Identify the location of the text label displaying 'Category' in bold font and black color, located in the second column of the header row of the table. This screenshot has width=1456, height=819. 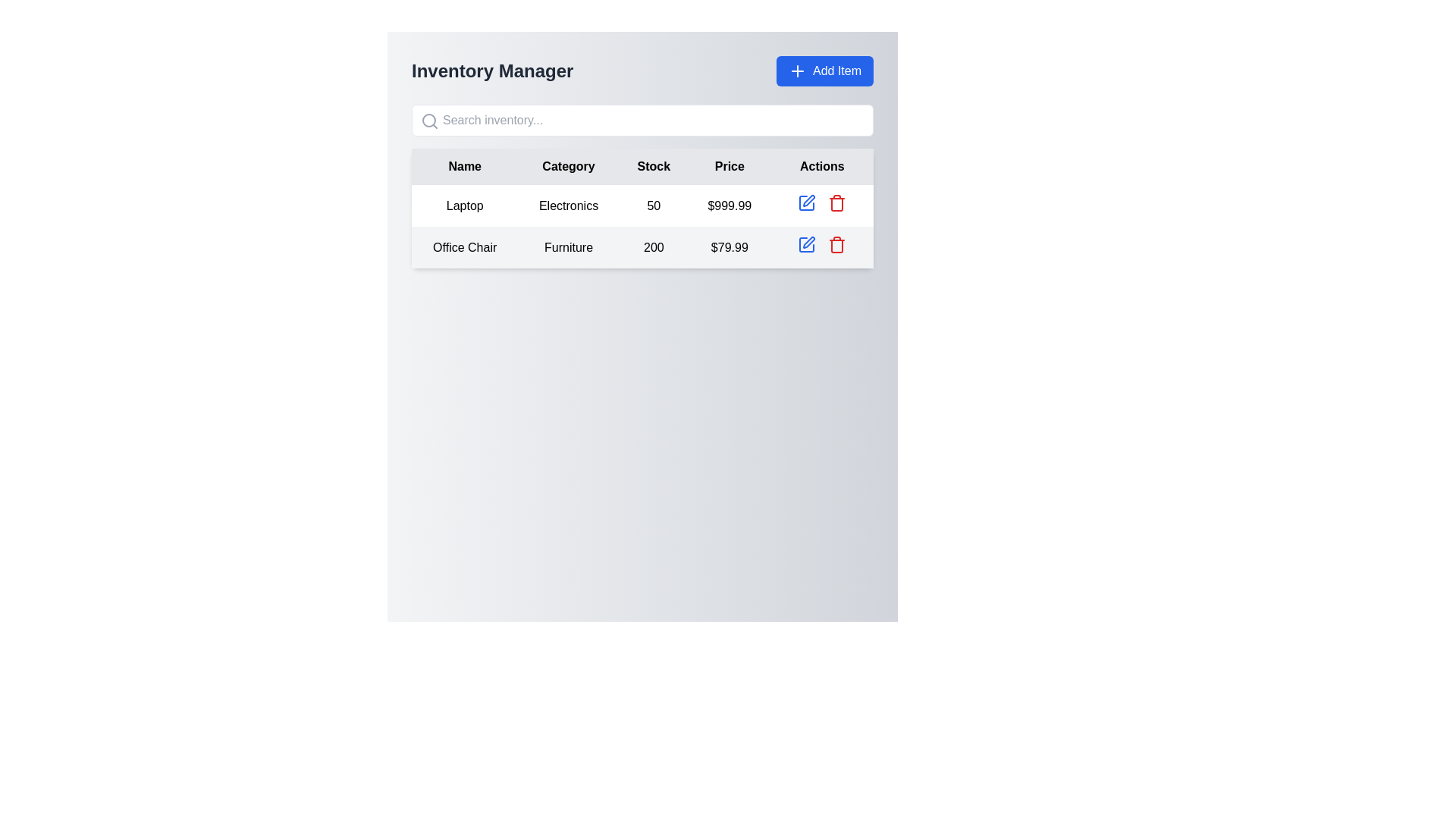
(568, 166).